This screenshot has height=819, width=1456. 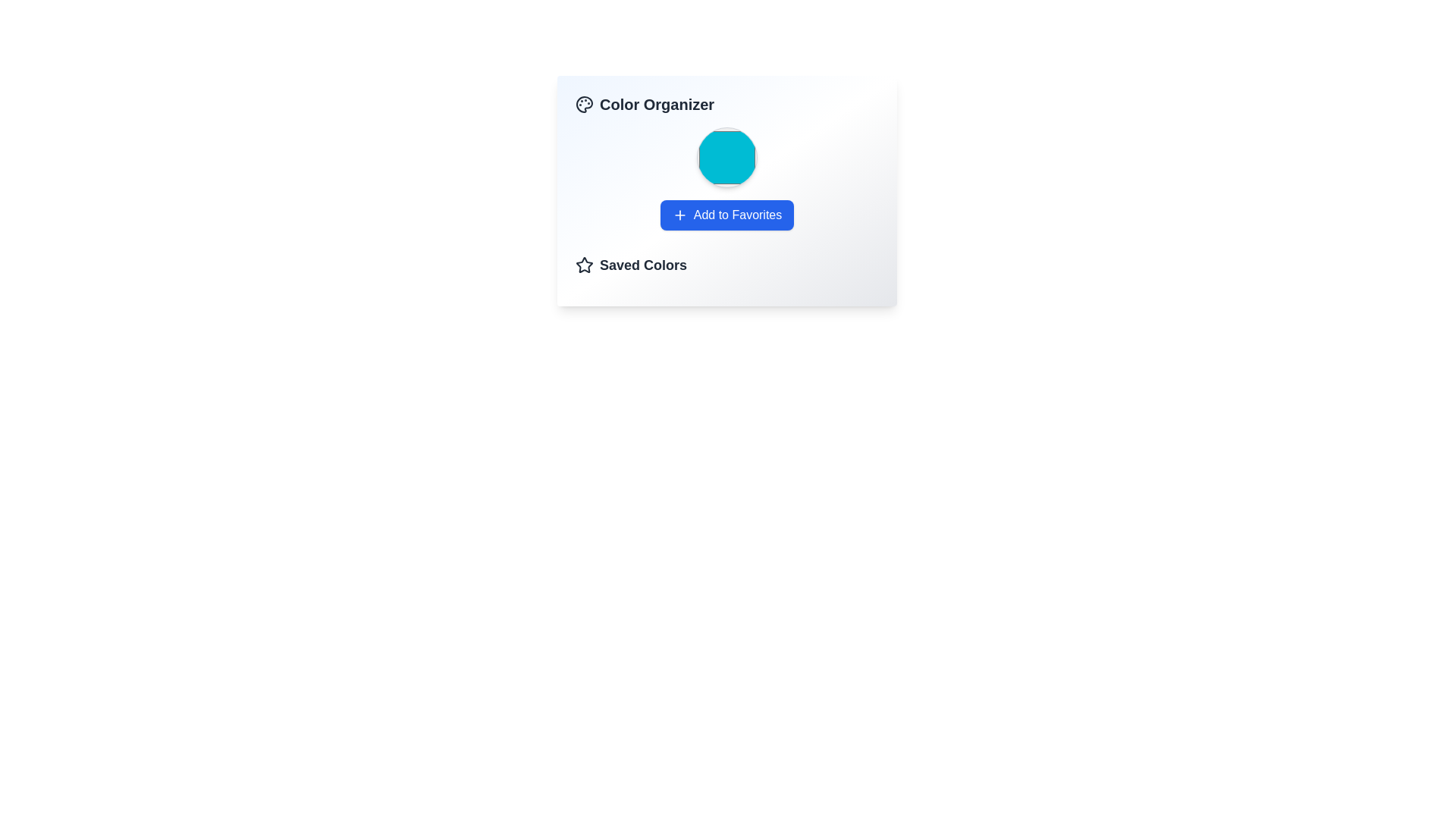 I want to click on decorative SVG icon associated with saving or marking colors located at the bottom-left part of the card next to the 'Saved Colors' label, so click(x=584, y=264).